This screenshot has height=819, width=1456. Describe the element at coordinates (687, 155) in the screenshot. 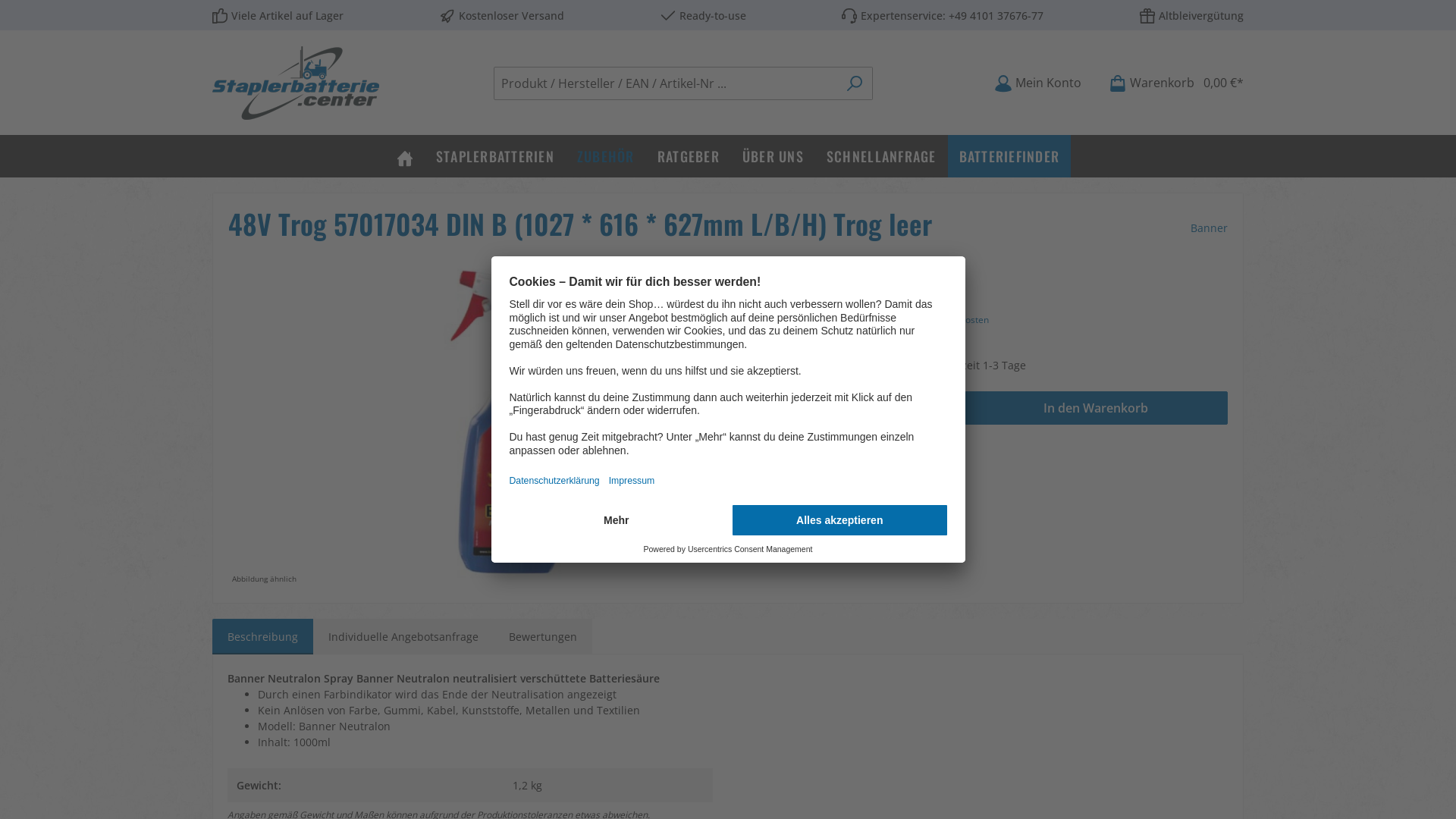

I see `'RATGEBER'` at that location.